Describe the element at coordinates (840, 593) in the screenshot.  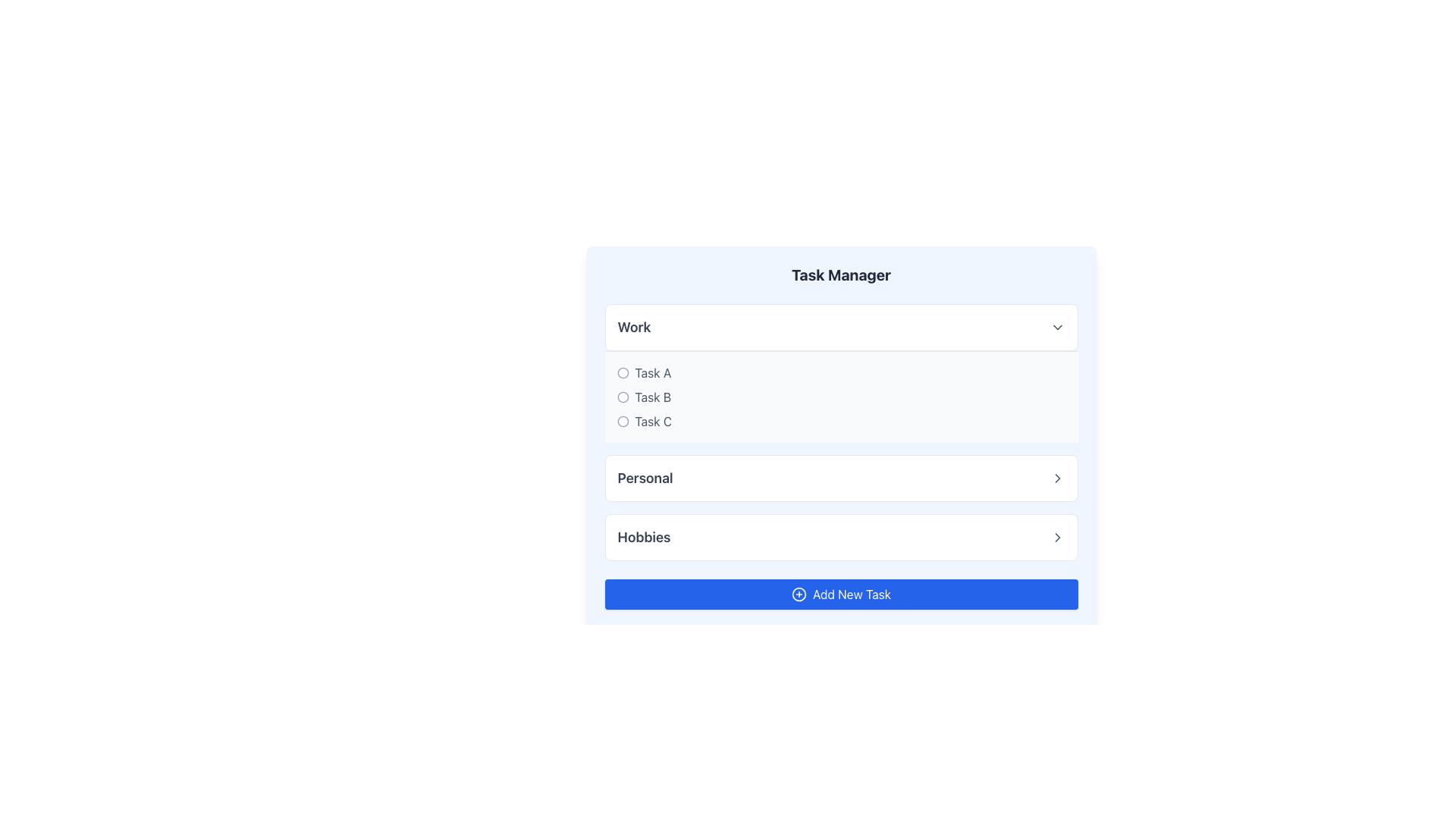
I see `the 'Add Task' button located at the bottom of the 'Task Manager' panel` at that location.